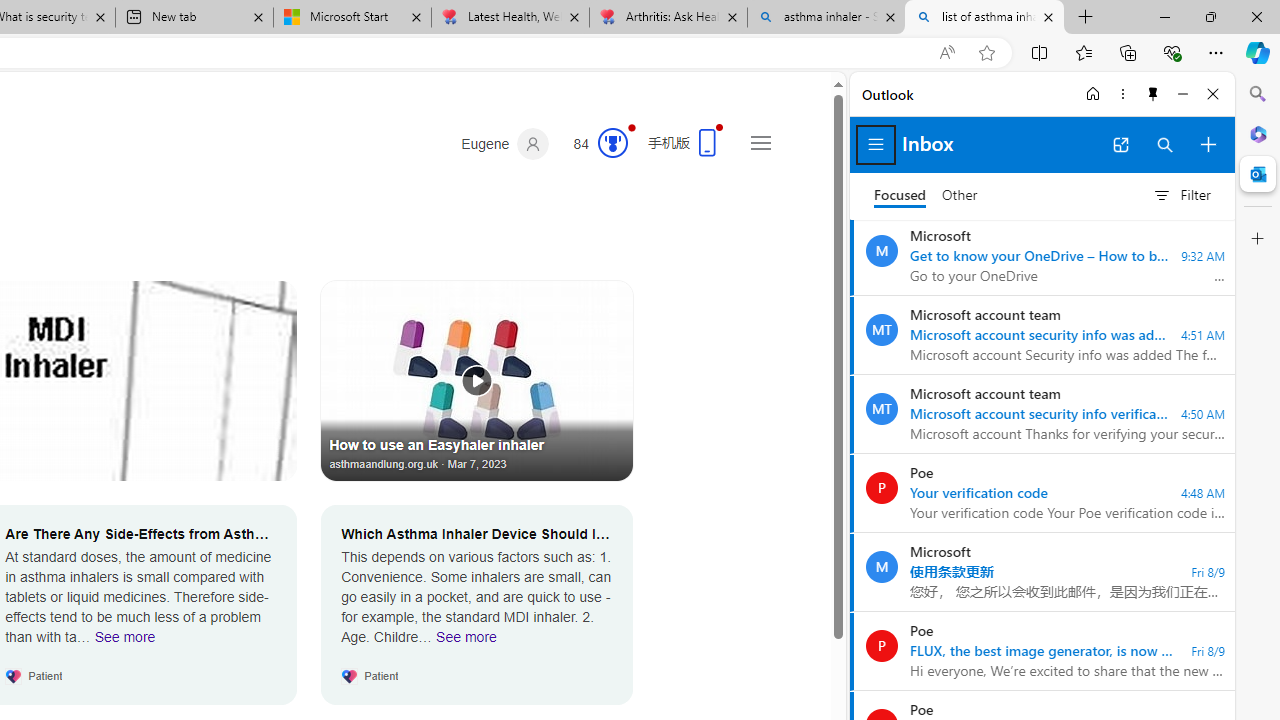 The image size is (1280, 720). What do you see at coordinates (505, 143) in the screenshot?
I see `'Eugene'` at bounding box center [505, 143].